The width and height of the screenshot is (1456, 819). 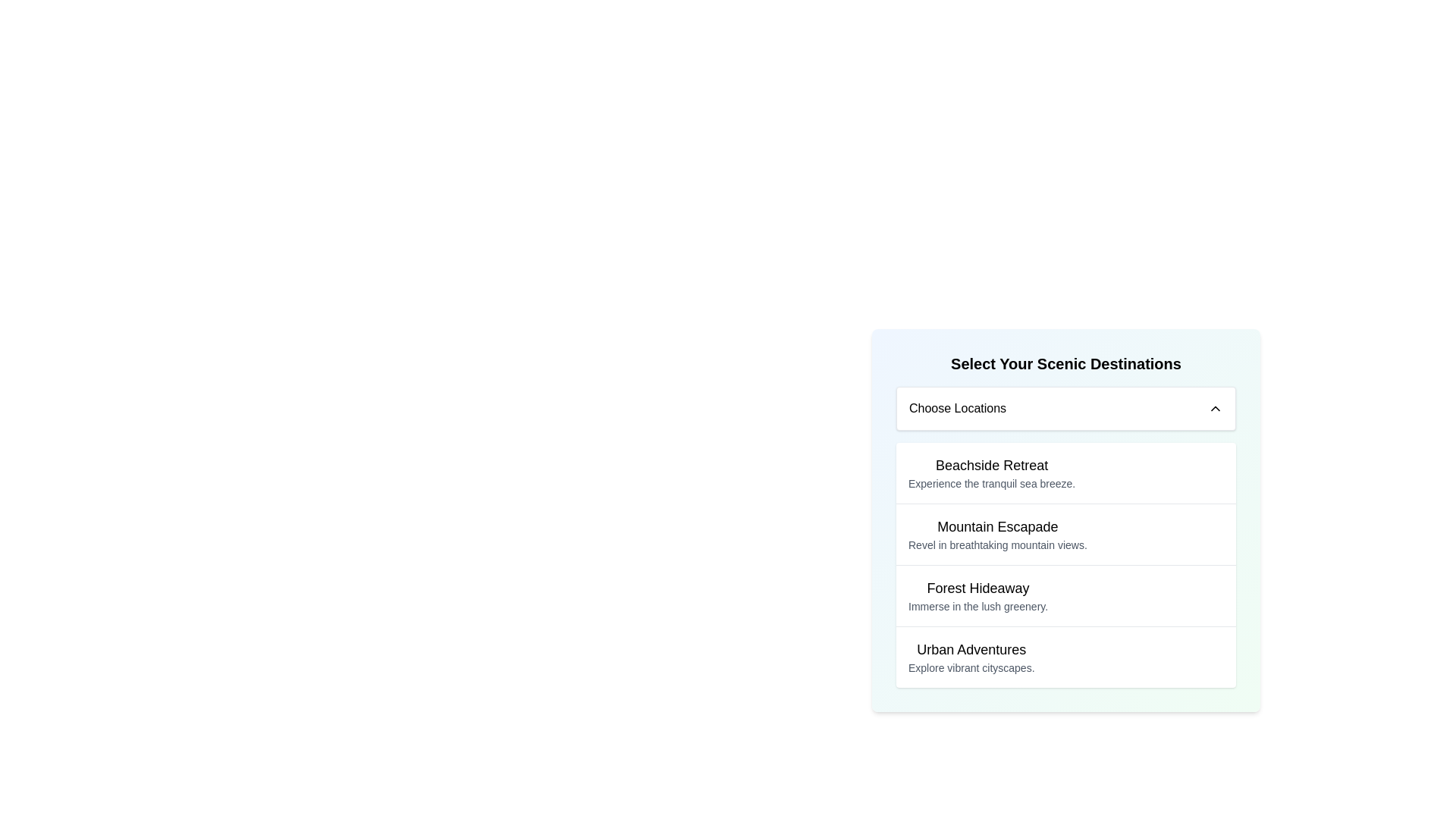 I want to click on the 'Beachside Retreat' text element, so click(x=992, y=472).